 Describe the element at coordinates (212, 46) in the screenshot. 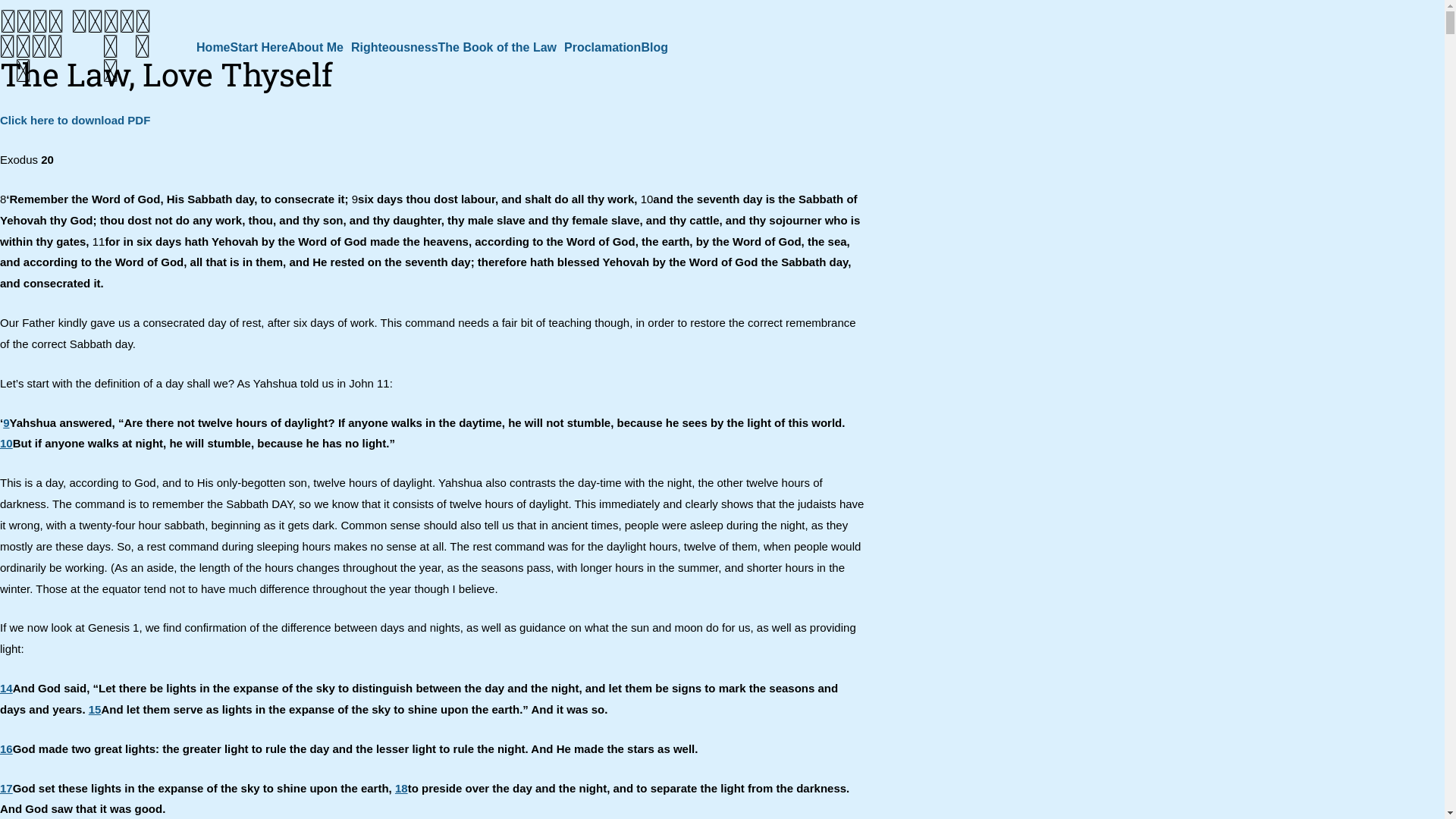

I see `'Home'` at that location.